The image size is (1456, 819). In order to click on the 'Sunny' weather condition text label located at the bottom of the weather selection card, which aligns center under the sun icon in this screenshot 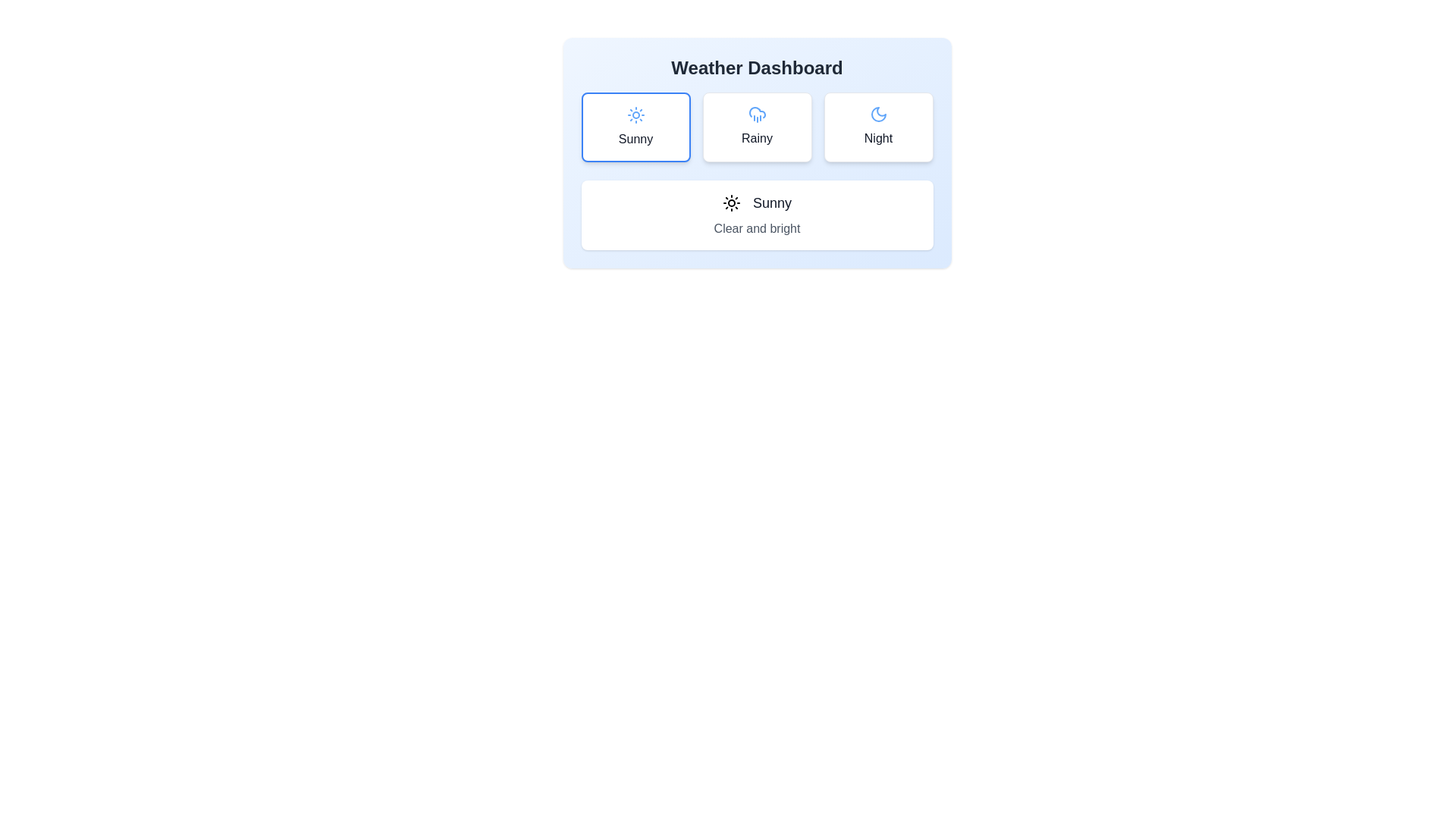, I will do `click(635, 140)`.